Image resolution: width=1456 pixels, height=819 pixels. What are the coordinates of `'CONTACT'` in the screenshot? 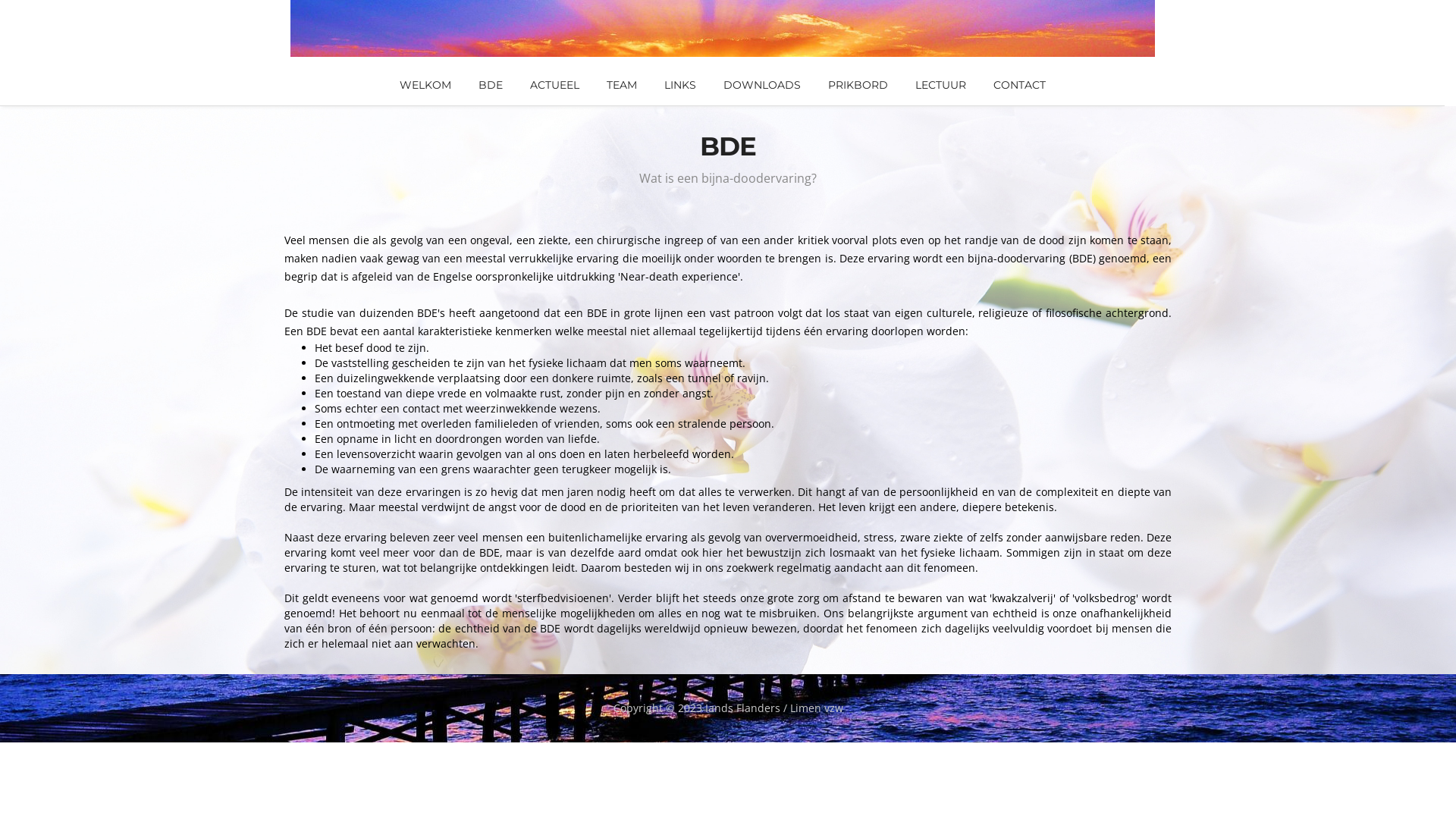 It's located at (1019, 84).